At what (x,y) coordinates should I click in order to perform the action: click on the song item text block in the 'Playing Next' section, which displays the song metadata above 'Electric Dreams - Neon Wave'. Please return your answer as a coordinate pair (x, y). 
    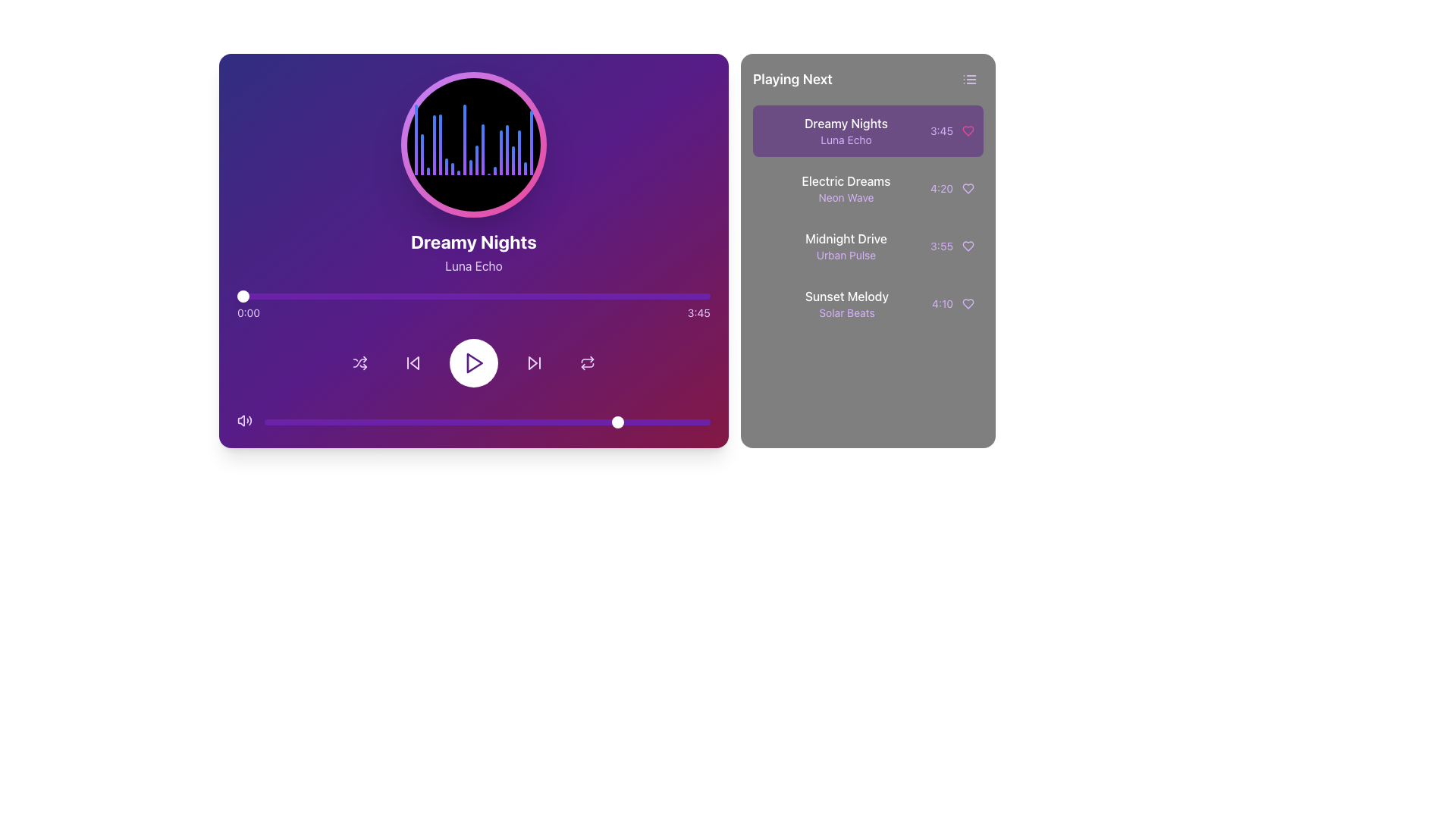
    Looking at the image, I should click on (845, 130).